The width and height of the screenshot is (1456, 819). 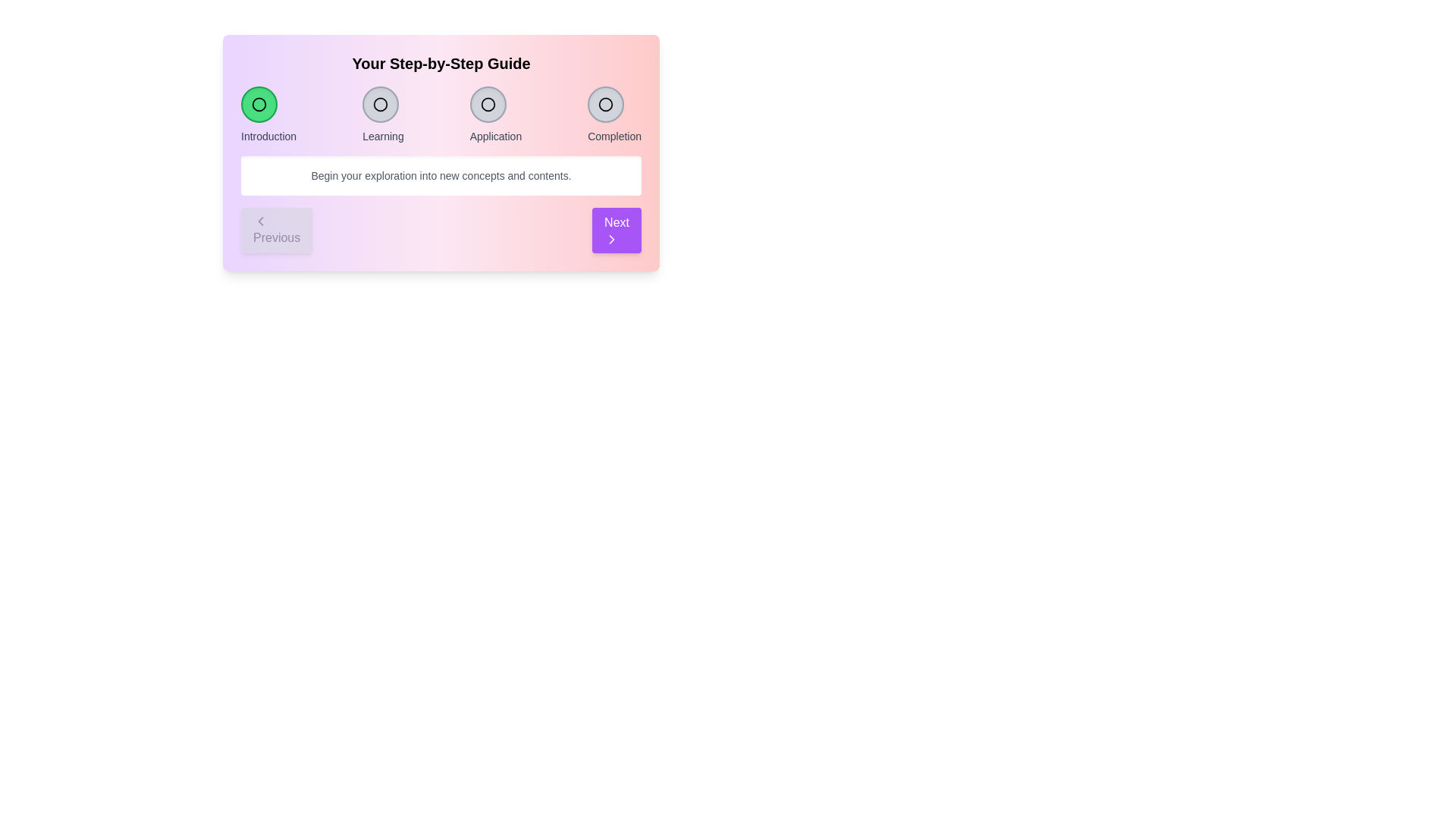 What do you see at coordinates (440, 114) in the screenshot?
I see `the 'Learning' segment of the Progress tracker component` at bounding box center [440, 114].